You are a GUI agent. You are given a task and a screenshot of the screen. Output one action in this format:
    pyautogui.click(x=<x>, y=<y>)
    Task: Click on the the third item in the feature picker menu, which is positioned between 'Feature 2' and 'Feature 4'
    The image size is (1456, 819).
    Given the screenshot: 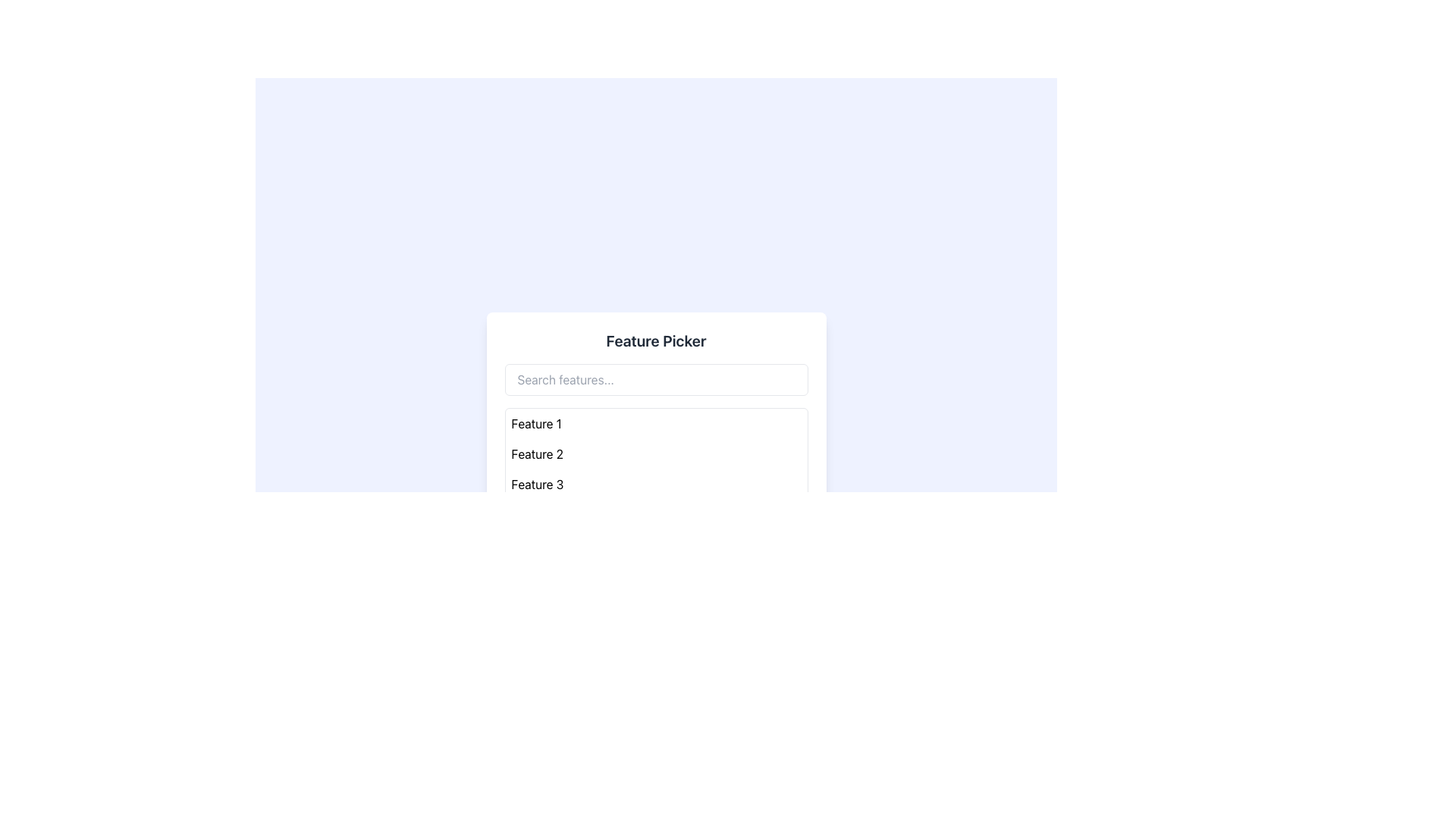 What is the action you would take?
    pyautogui.click(x=656, y=485)
    